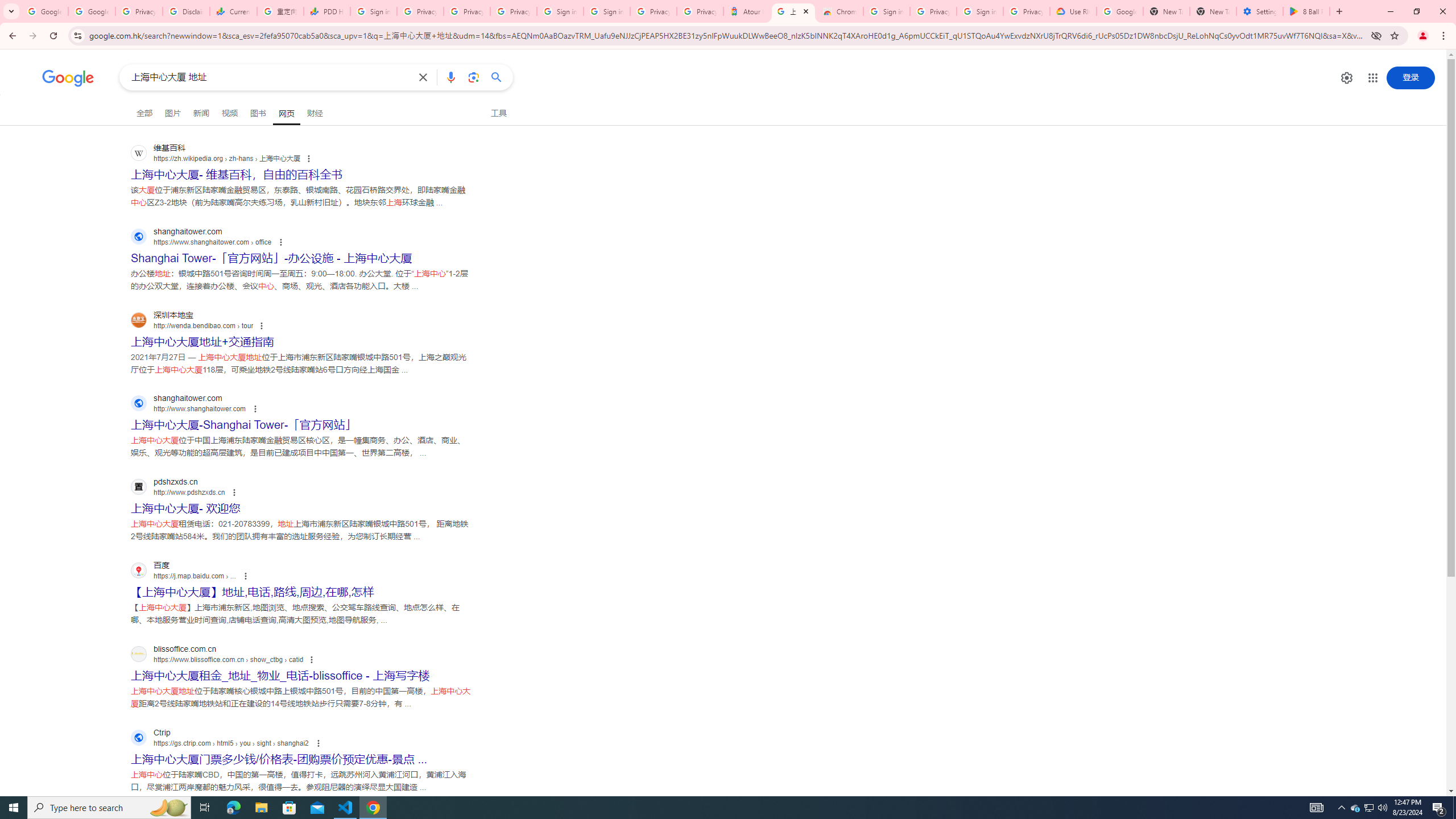 The height and width of the screenshot is (819, 1456). I want to click on 'Atour Hotel - Google hotels', so click(746, 11).